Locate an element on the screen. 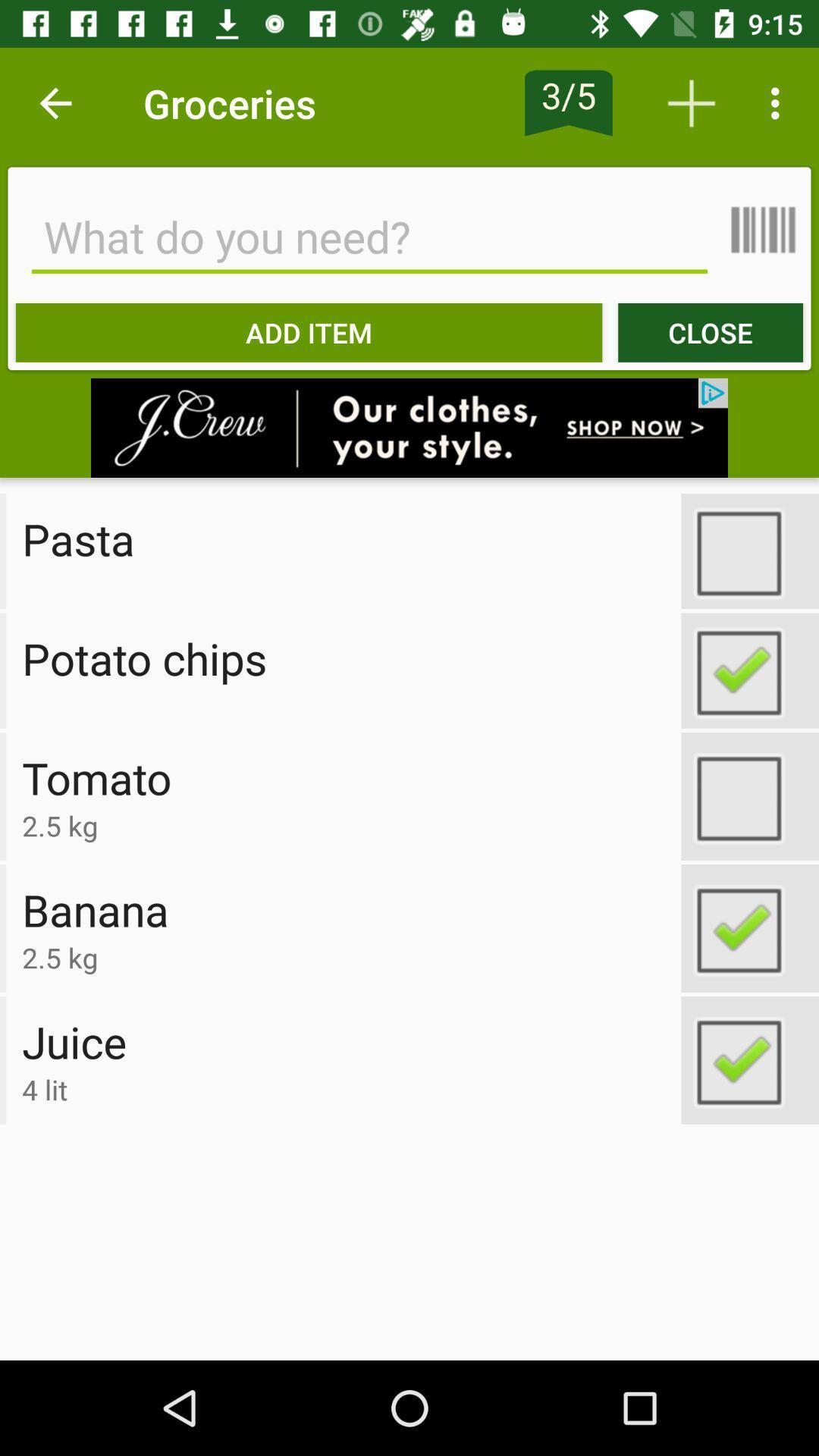 Image resolution: width=819 pixels, height=1456 pixels. tick option is located at coordinates (749, 795).